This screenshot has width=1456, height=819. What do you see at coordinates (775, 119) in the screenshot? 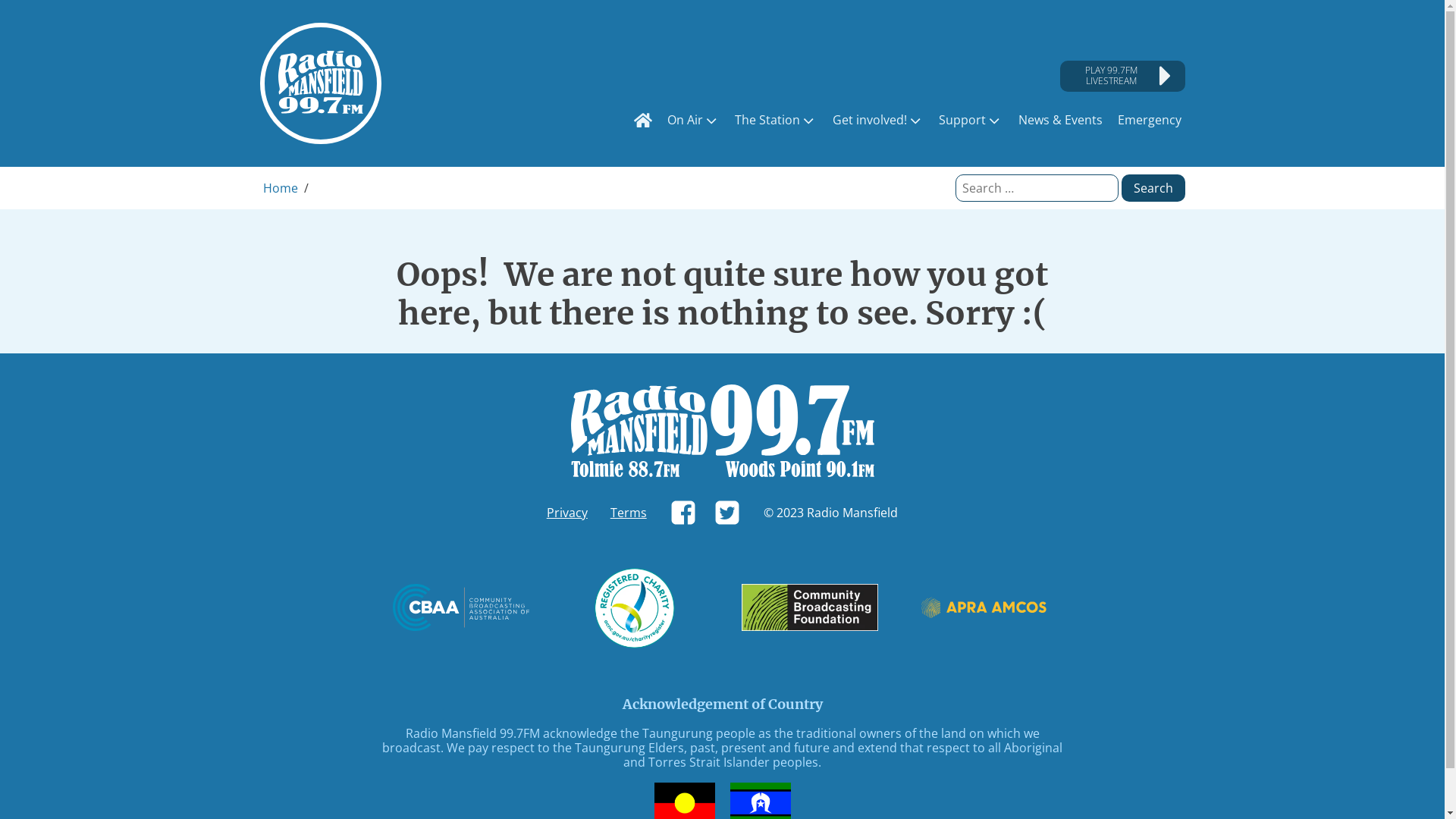
I see `'The Station'` at bounding box center [775, 119].